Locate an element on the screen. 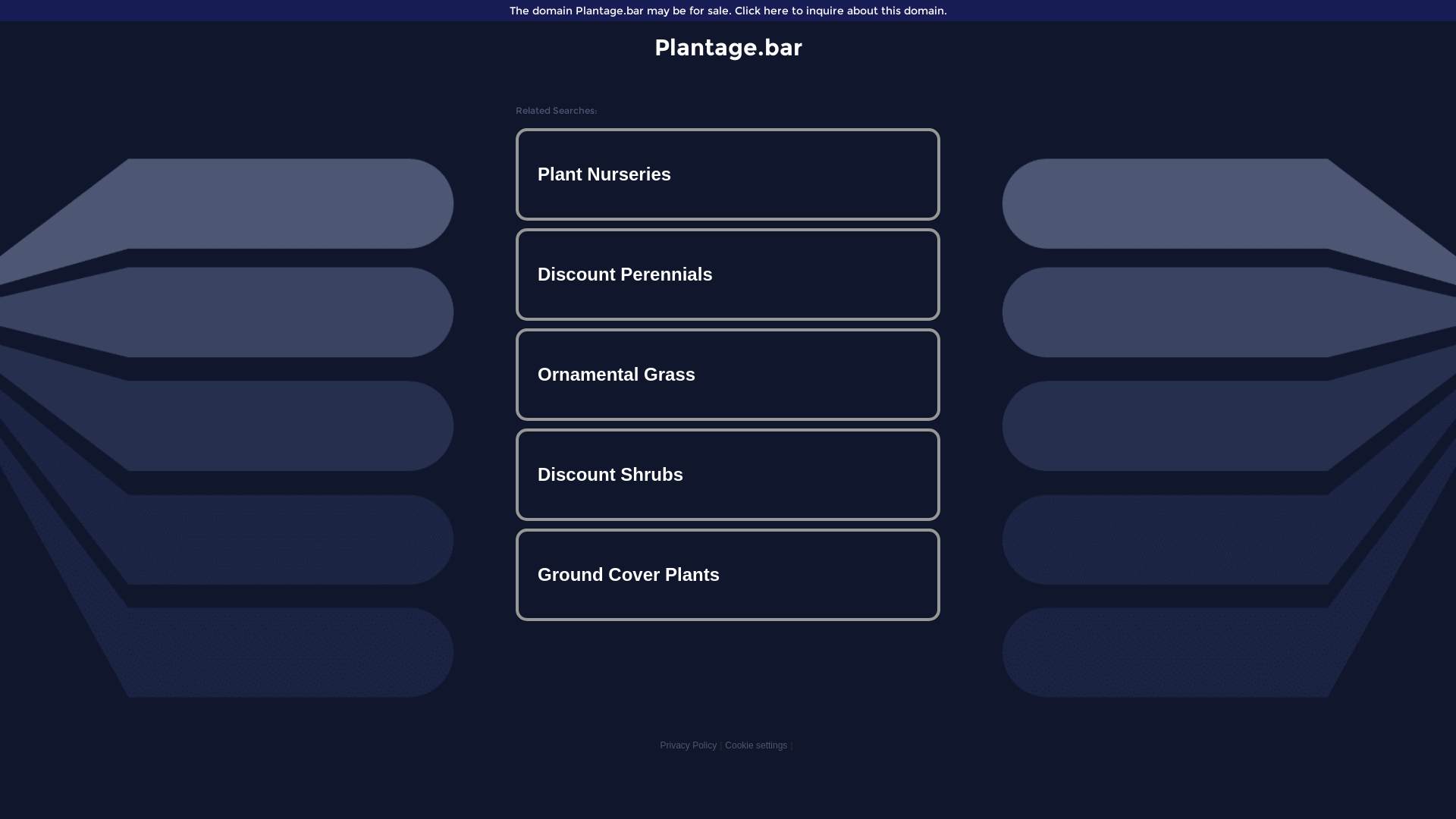 The height and width of the screenshot is (819, 1456). 'Plant Nurseries' is located at coordinates (728, 174).